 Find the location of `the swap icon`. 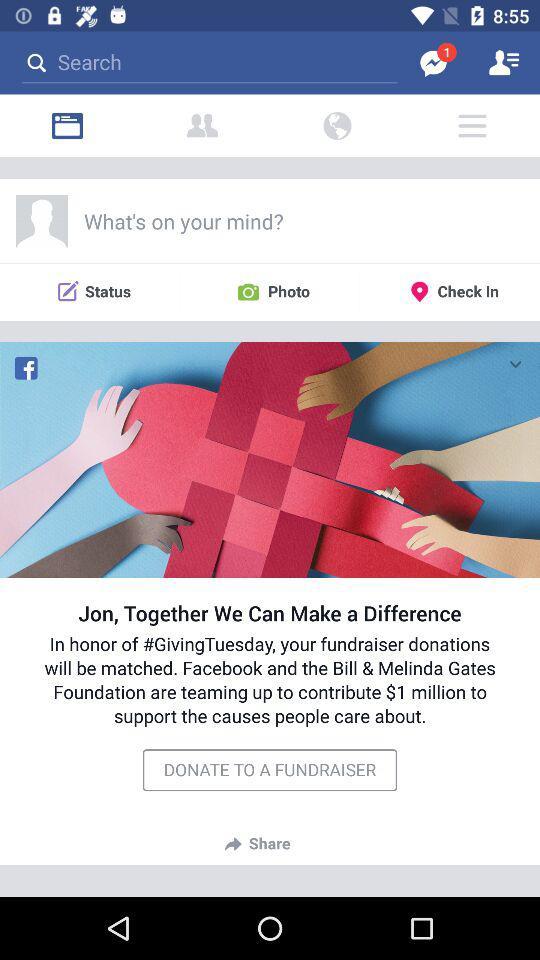

the swap icon is located at coordinates (337, 125).